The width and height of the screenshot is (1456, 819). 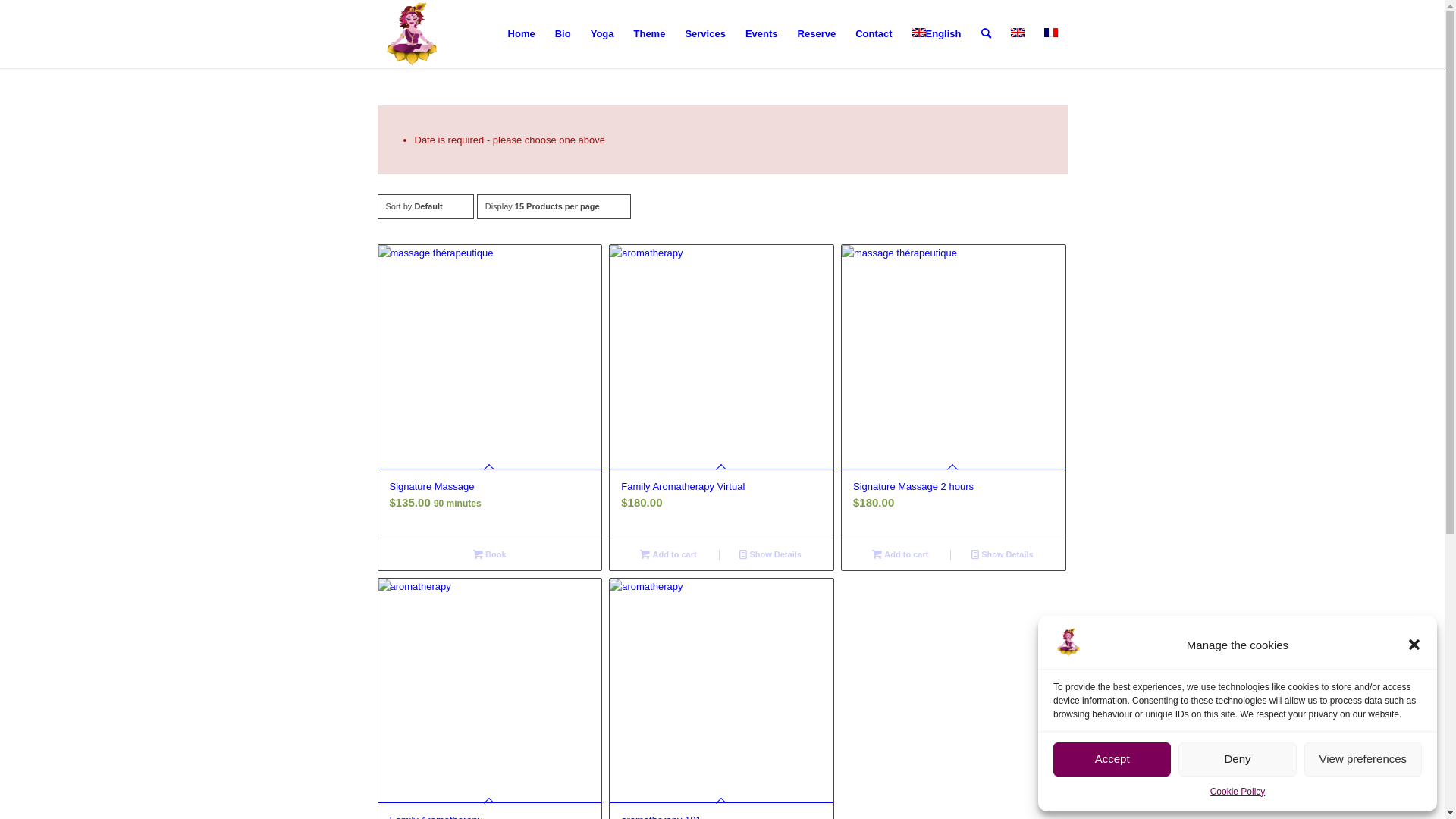 What do you see at coordinates (489, 554) in the screenshot?
I see `'Book'` at bounding box center [489, 554].